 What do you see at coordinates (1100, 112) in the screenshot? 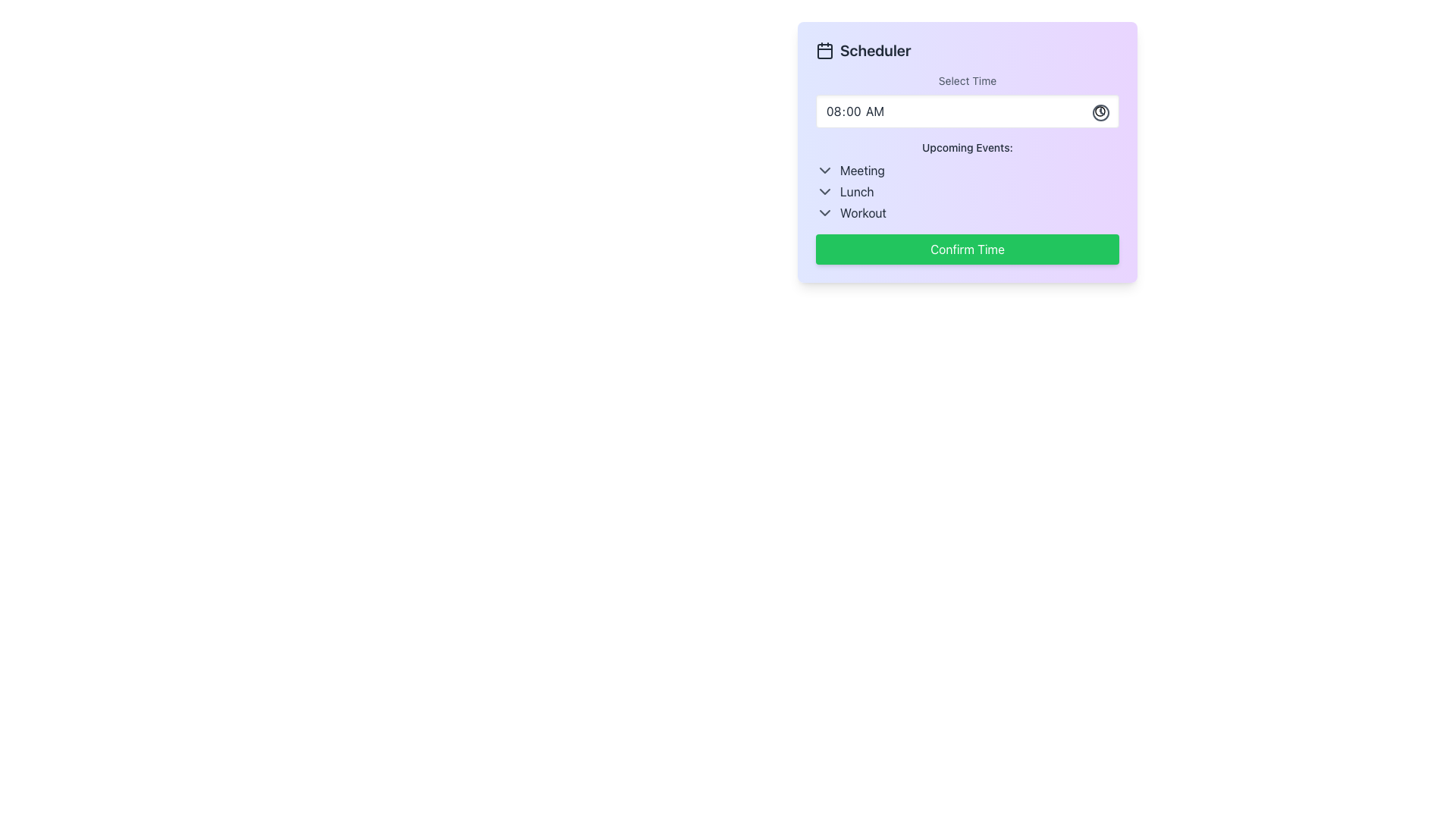
I see `the clock icon located on the right side of the input field labeled '08:00 AM', which serves as a button to trigger a time-picker interface` at bounding box center [1100, 112].